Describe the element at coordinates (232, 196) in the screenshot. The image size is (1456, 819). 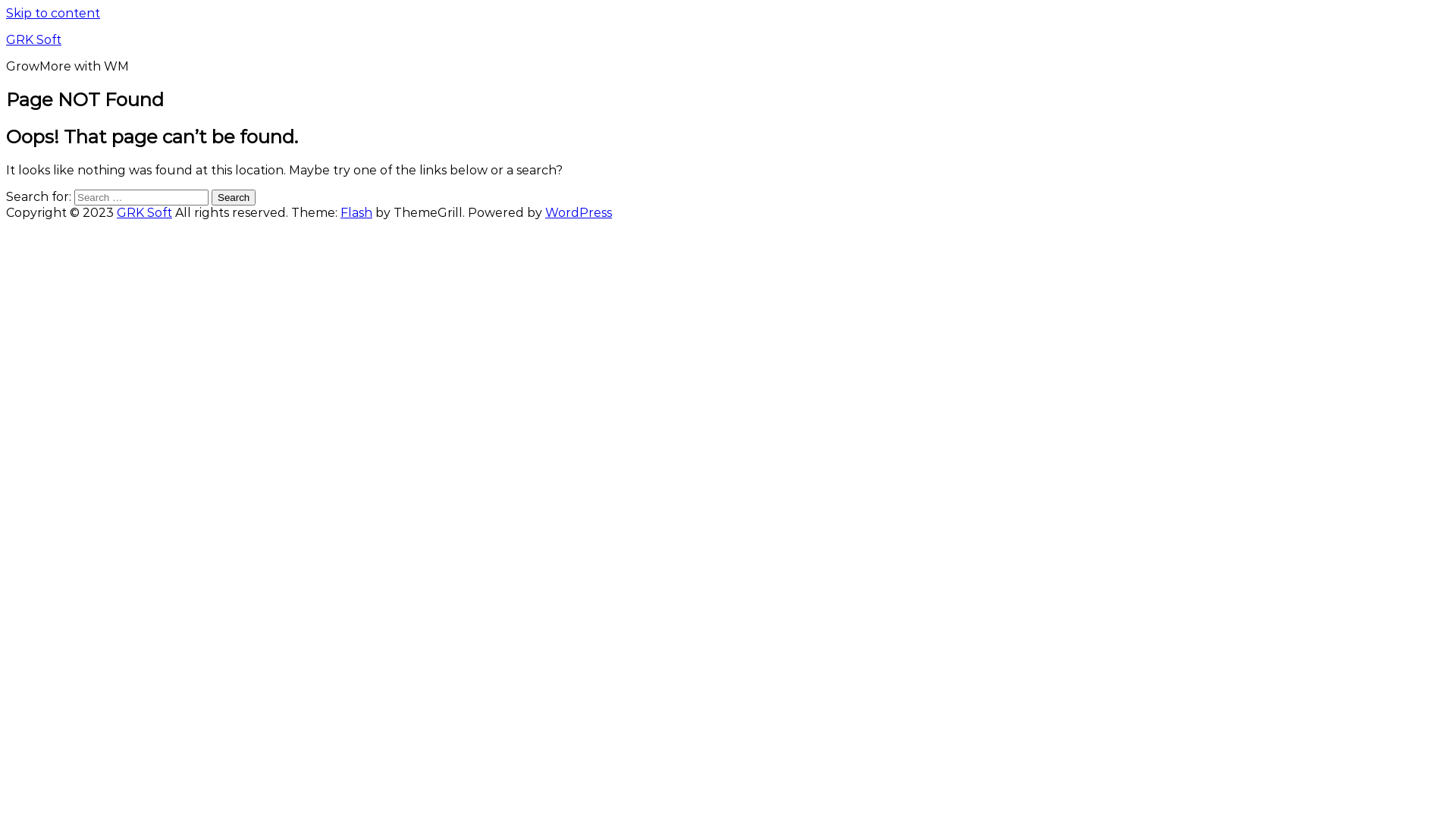
I see `'Search'` at that location.